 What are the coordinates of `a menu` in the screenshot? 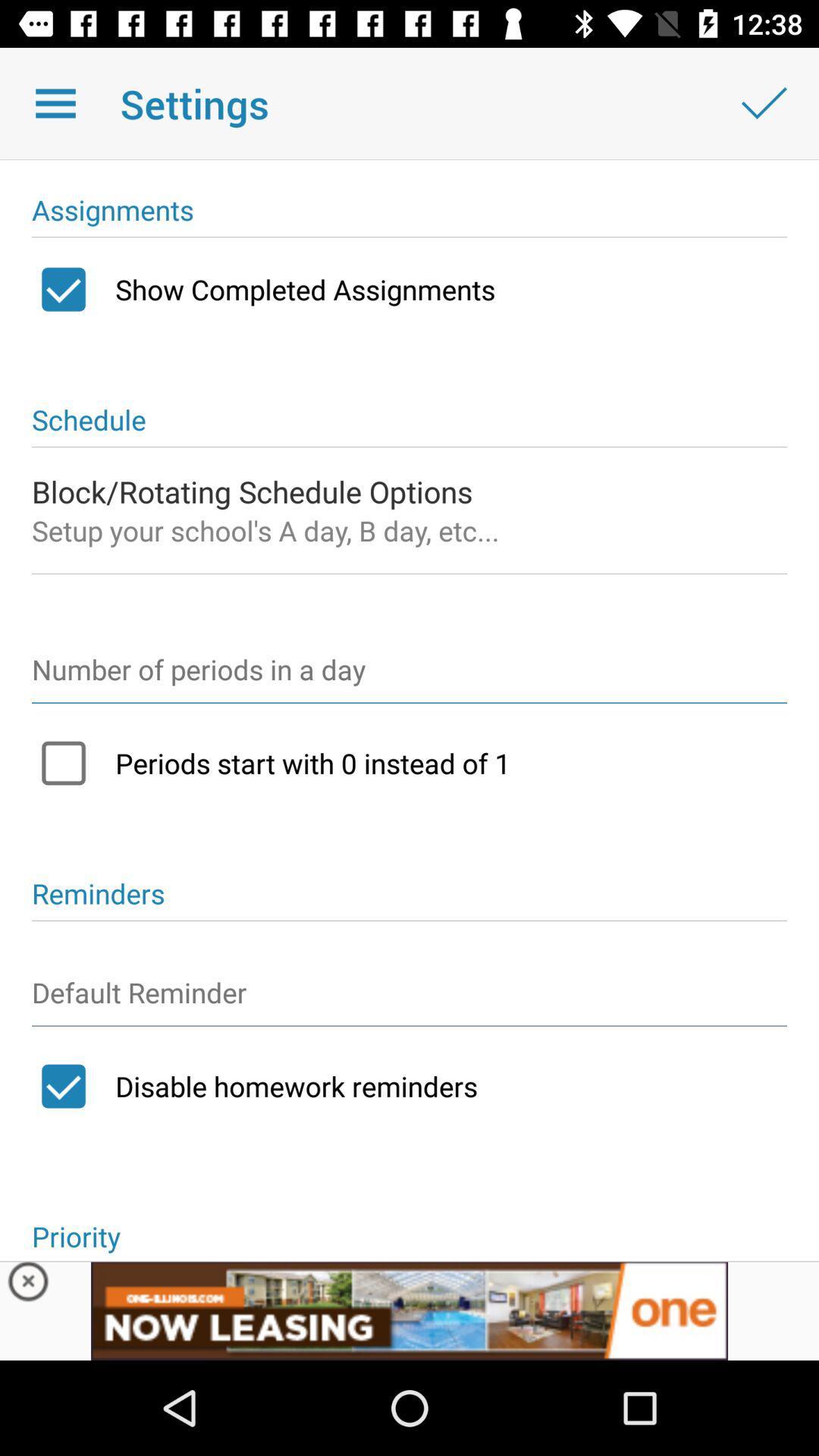 It's located at (55, 102).